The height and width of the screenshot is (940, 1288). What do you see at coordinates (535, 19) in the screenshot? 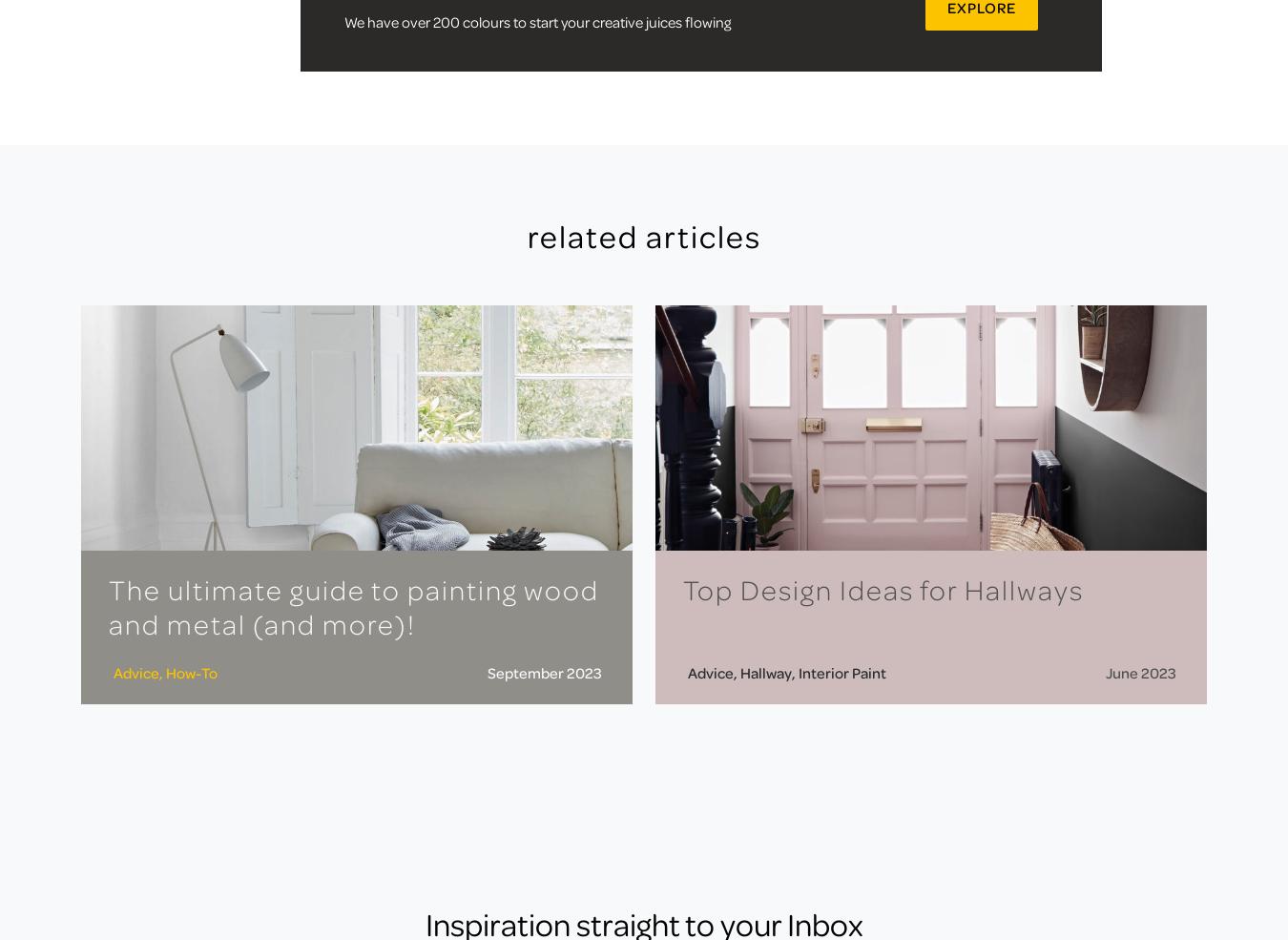
I see `'We have over 200 colours to start your creative juices flowing'` at bounding box center [535, 19].